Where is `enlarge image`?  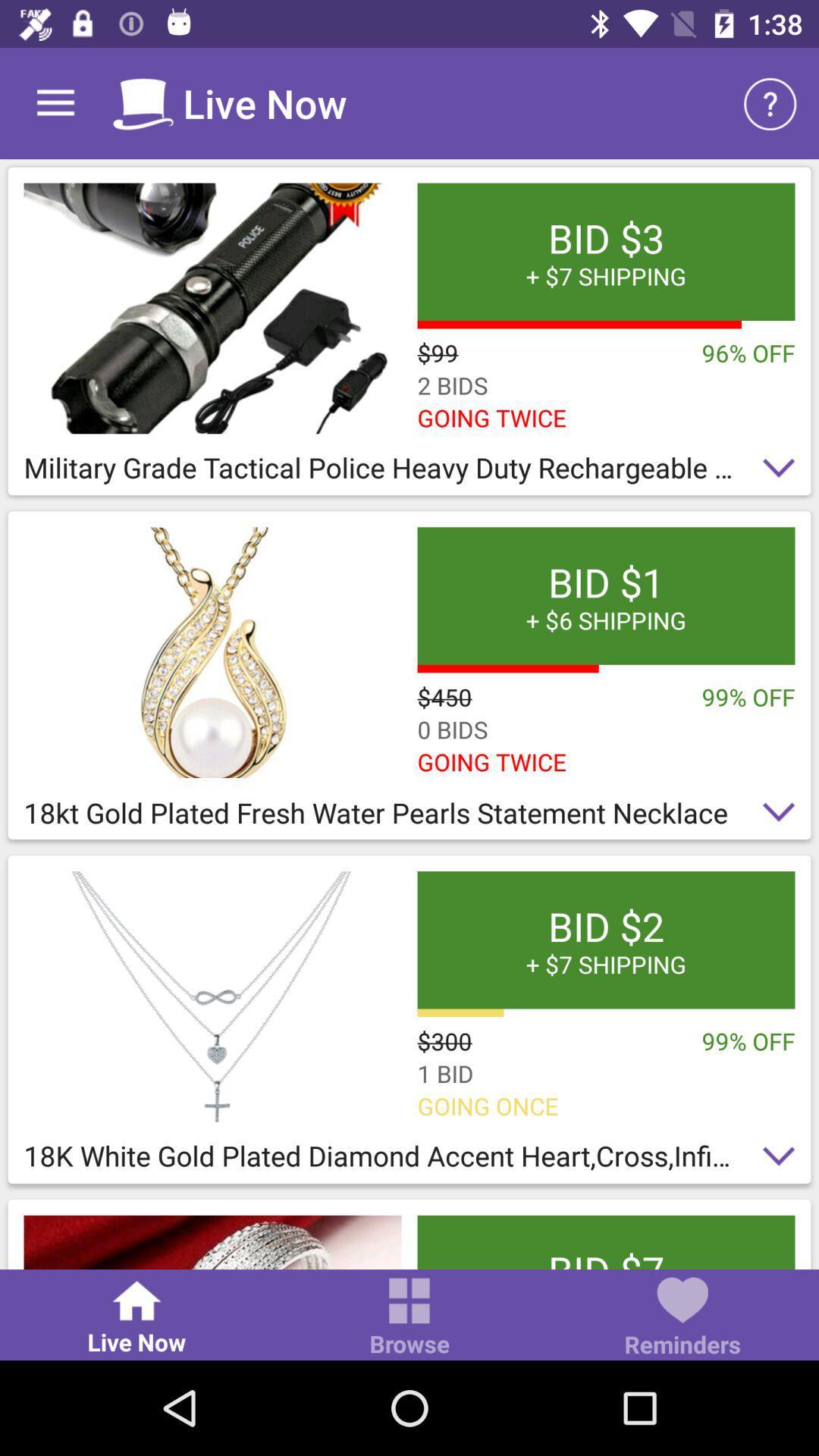 enlarge image is located at coordinates (212, 1242).